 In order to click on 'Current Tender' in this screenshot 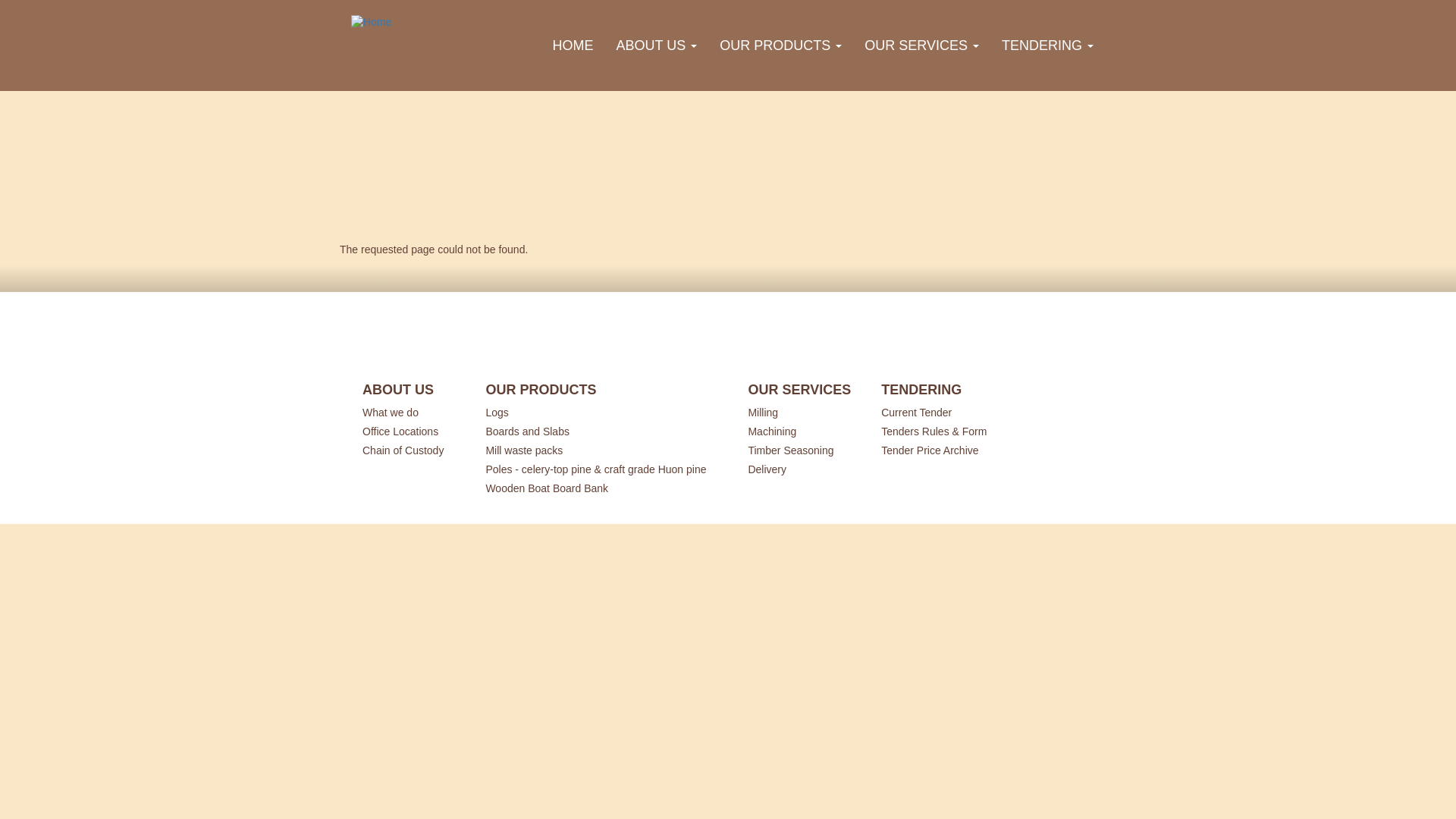, I will do `click(938, 411)`.